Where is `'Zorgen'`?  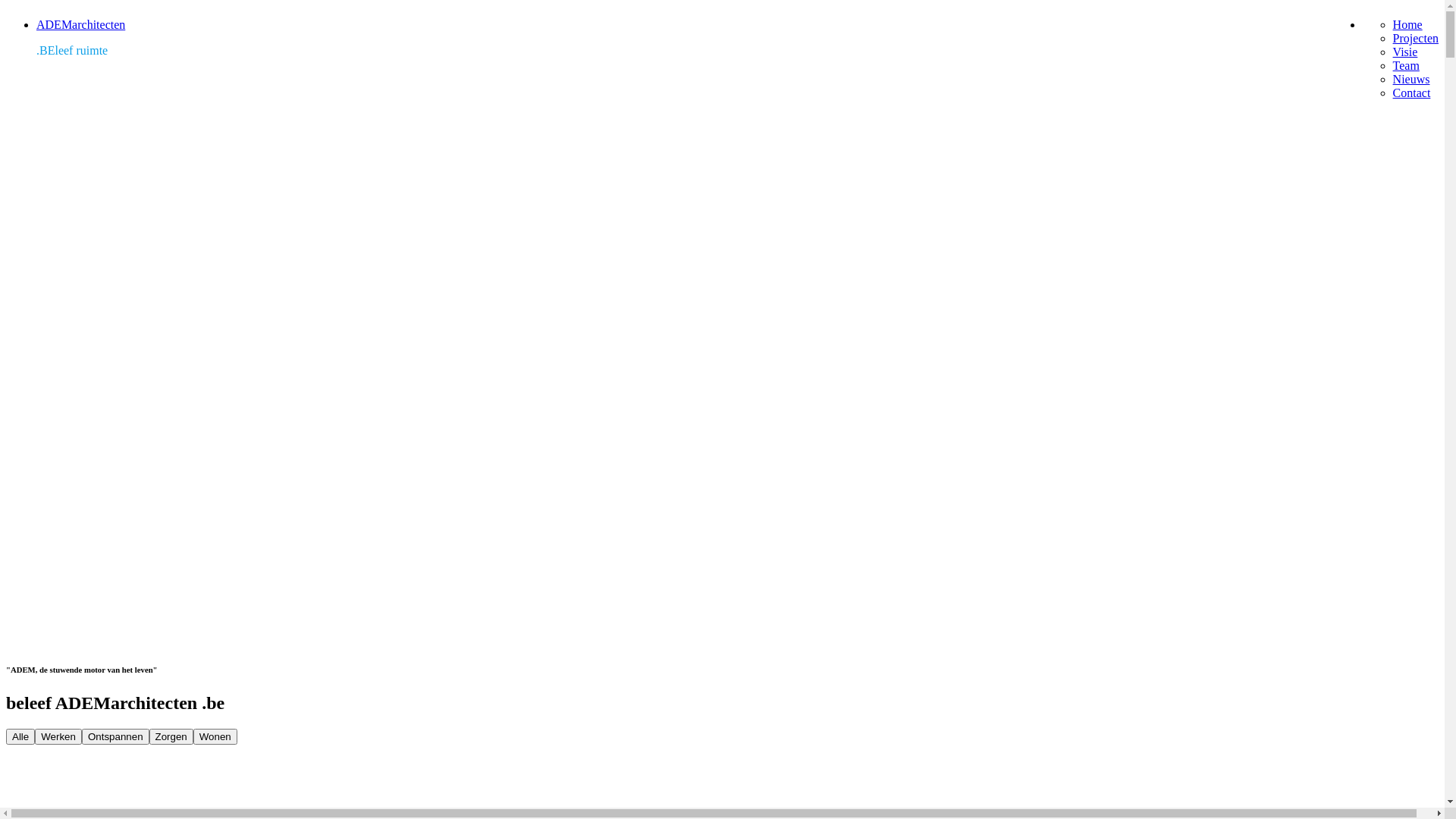
'Zorgen' is located at coordinates (171, 736).